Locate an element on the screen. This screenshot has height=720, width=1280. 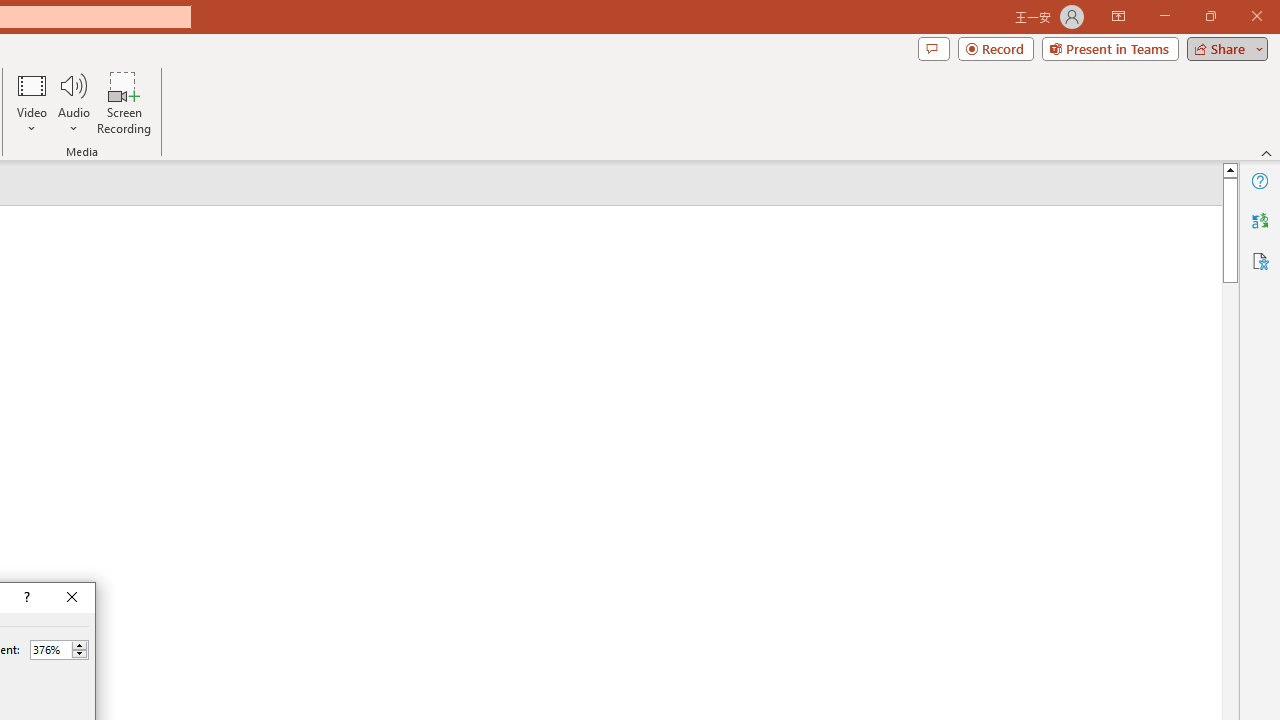
'Video' is located at coordinates (32, 103).